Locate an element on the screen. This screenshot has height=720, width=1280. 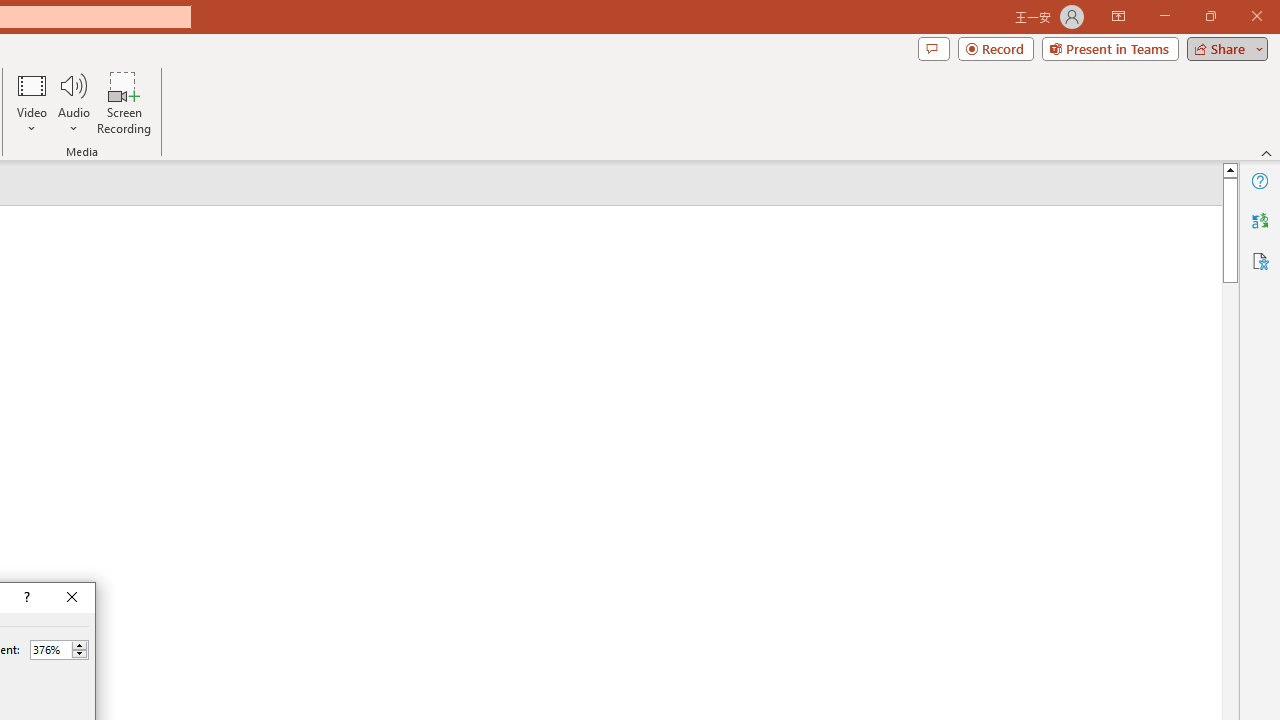
'Video' is located at coordinates (32, 103).